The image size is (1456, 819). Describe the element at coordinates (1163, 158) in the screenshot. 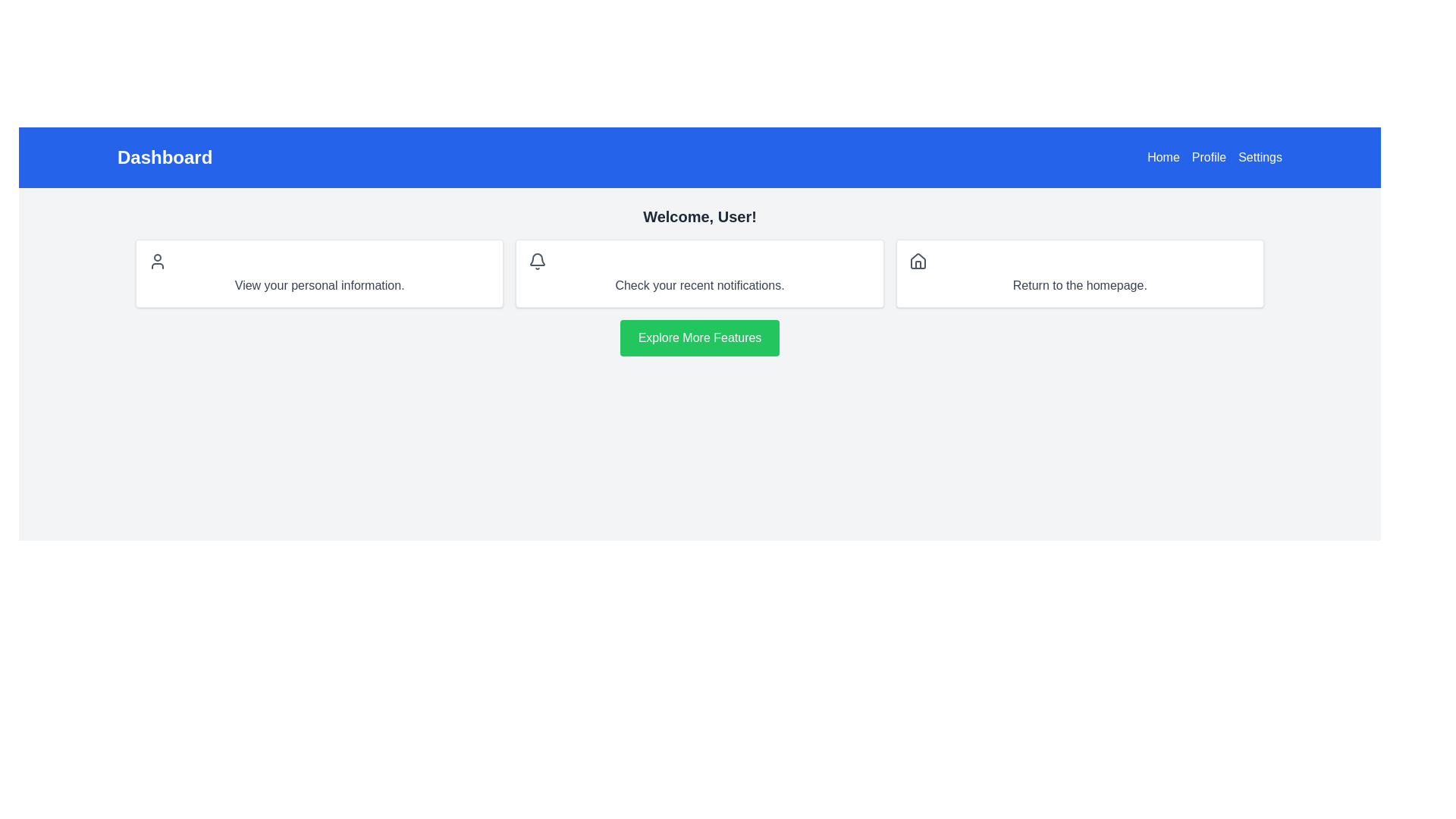

I see `the 'Home' interactive text link in the top navigation bar` at that location.